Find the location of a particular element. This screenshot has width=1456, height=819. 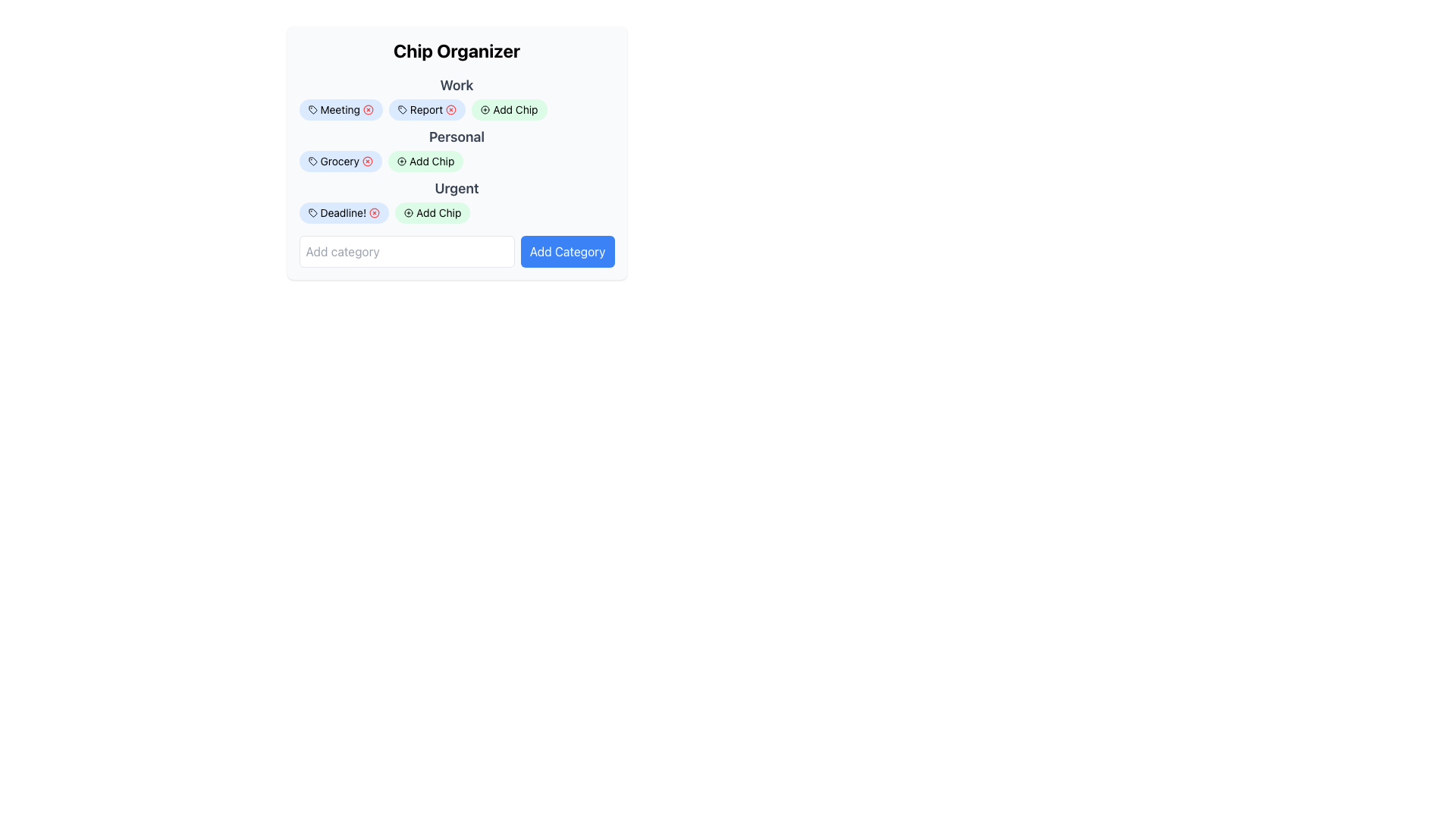

header text label indicating the category or section above the clickable chips is located at coordinates (456, 97).